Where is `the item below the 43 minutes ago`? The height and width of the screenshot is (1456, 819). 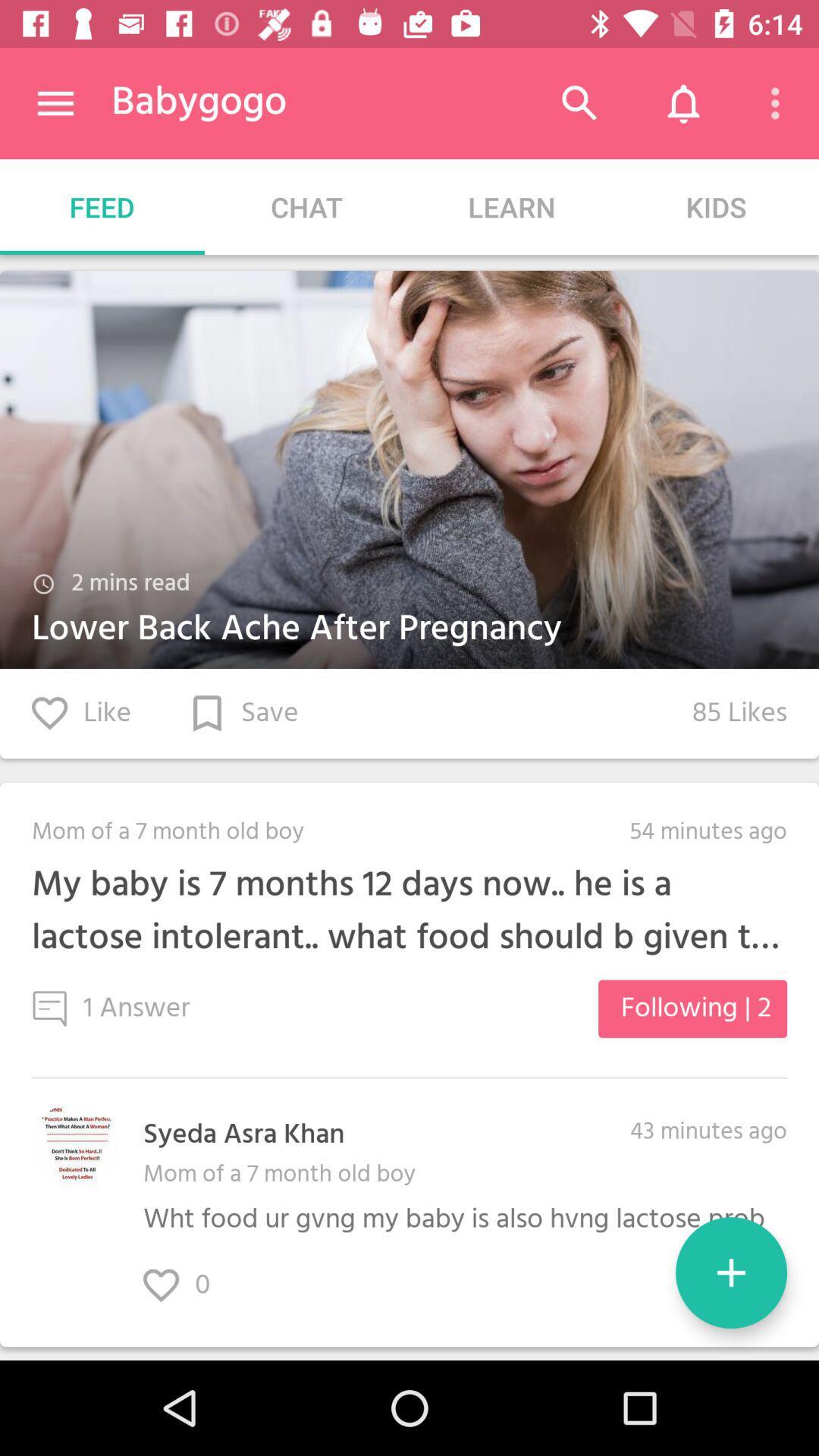 the item below the 43 minutes ago is located at coordinates (730, 1272).